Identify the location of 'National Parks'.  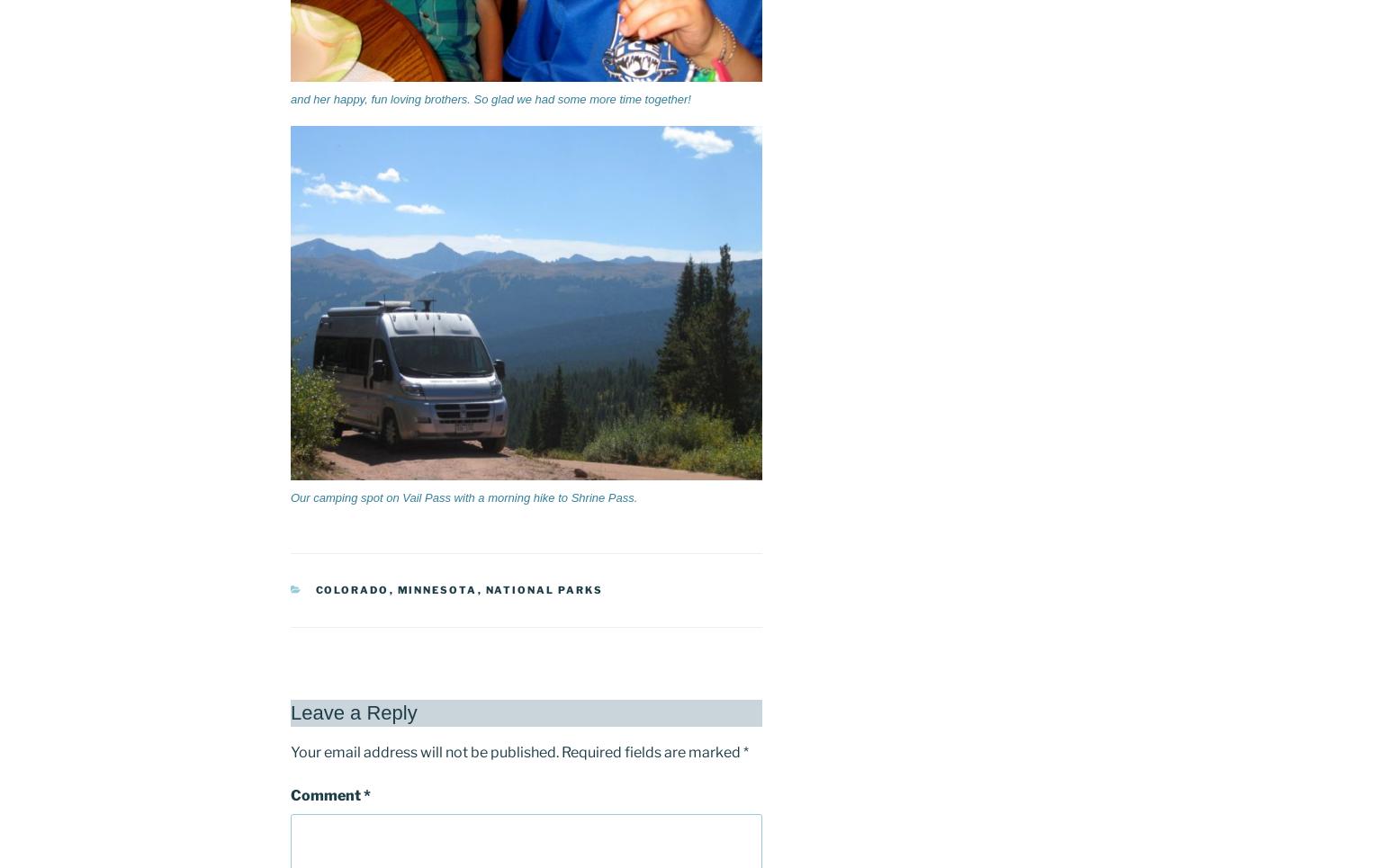
(483, 590).